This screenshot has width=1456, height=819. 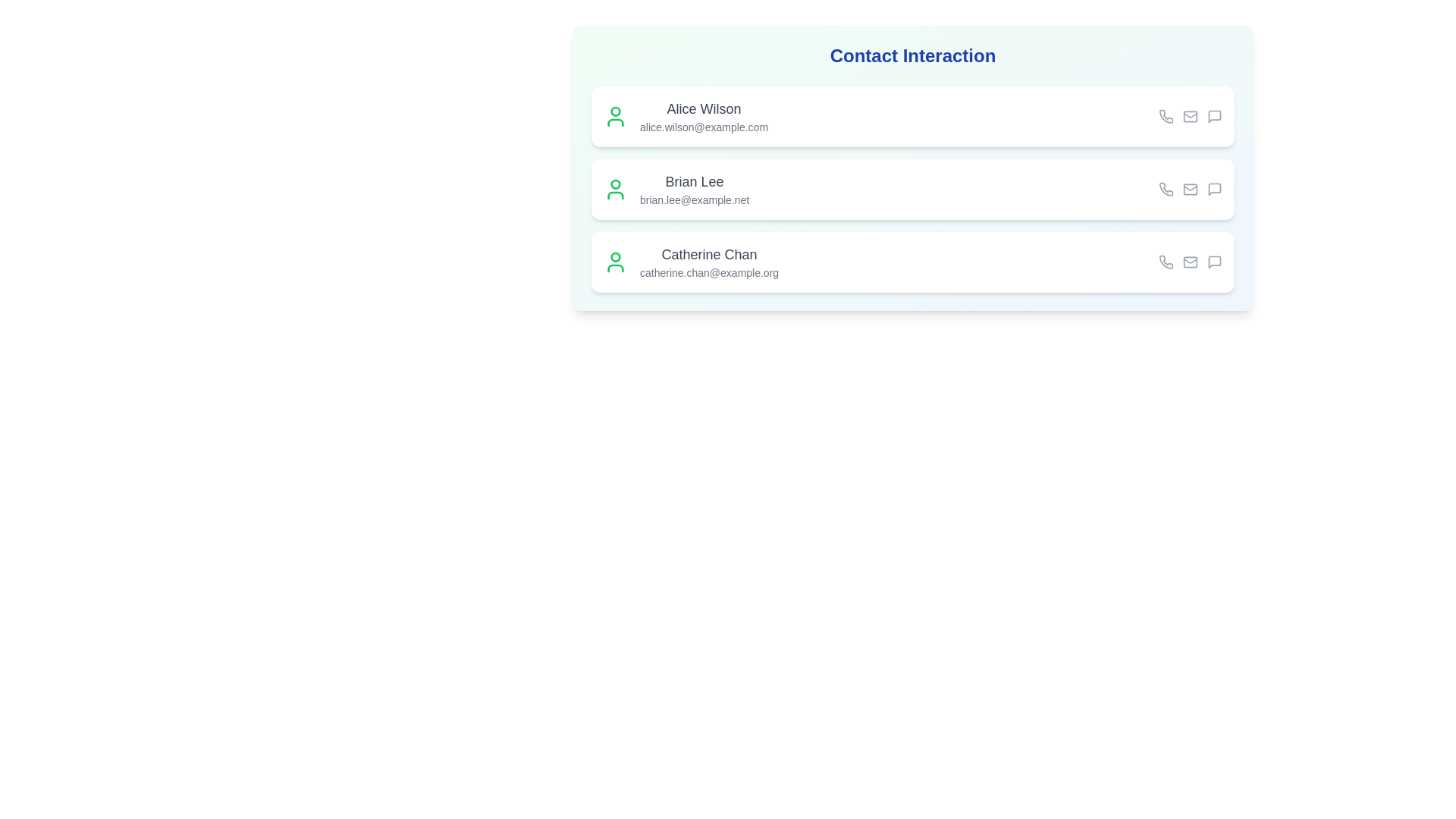 I want to click on the phone icon for the contact Alice Wilson, so click(x=1165, y=116).